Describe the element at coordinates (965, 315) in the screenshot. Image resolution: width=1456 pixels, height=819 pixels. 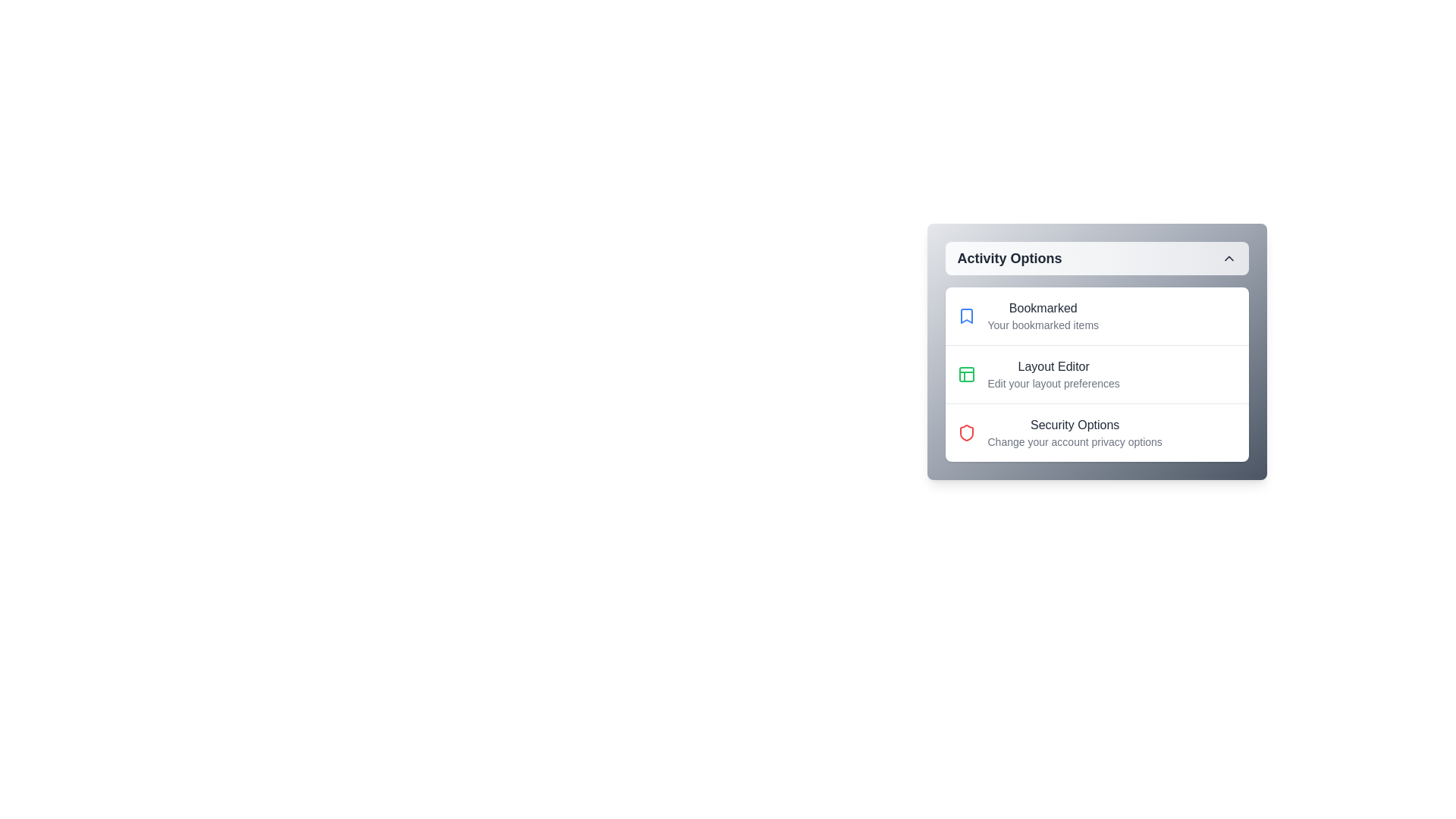
I see `the blue outlined bookmark icon located in the 'Activity Options' list, positioned to the left of the text 'Bookmarked'` at that location.